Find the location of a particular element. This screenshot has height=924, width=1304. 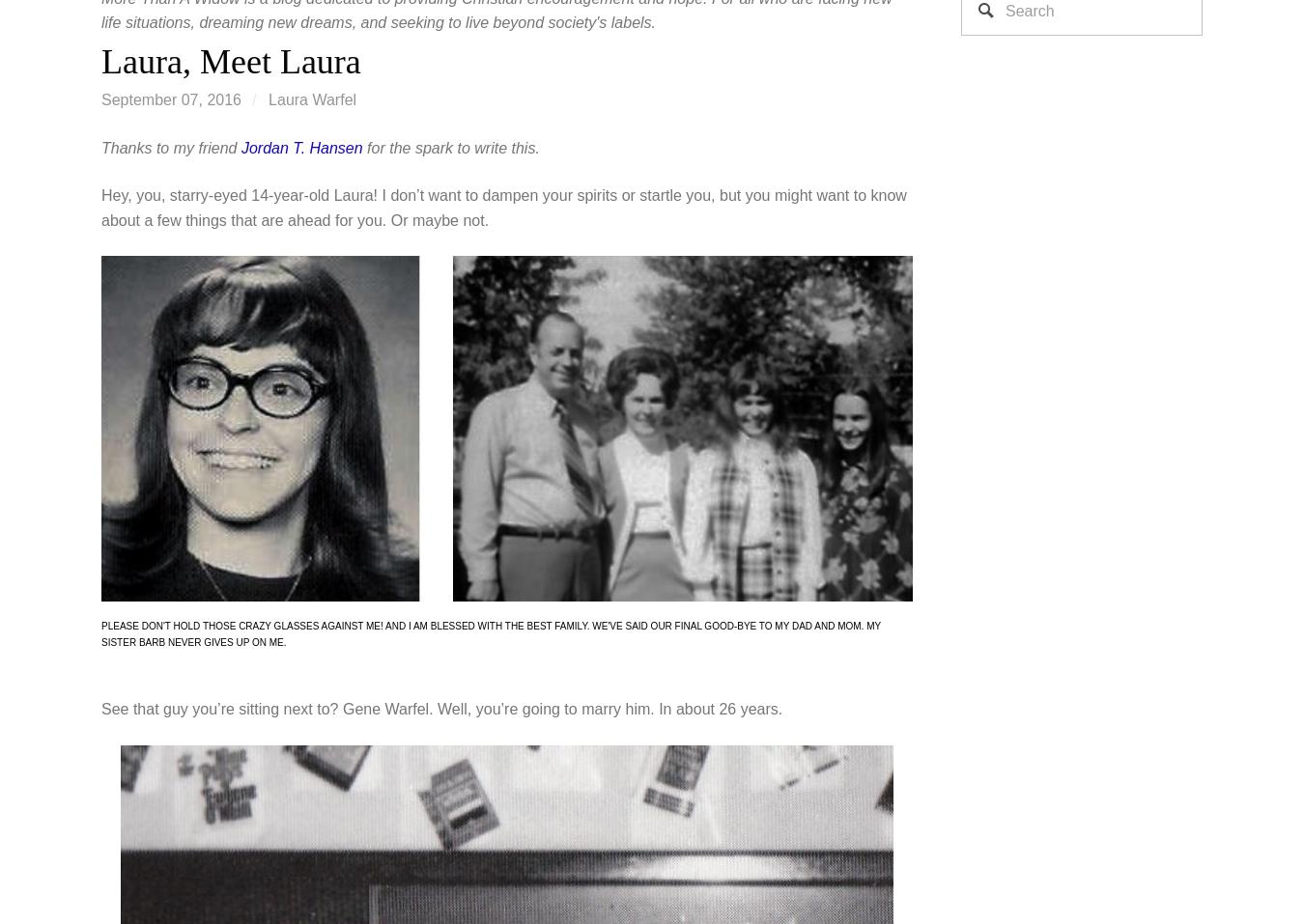

'Jordan T. Hansen' is located at coordinates (239, 147).